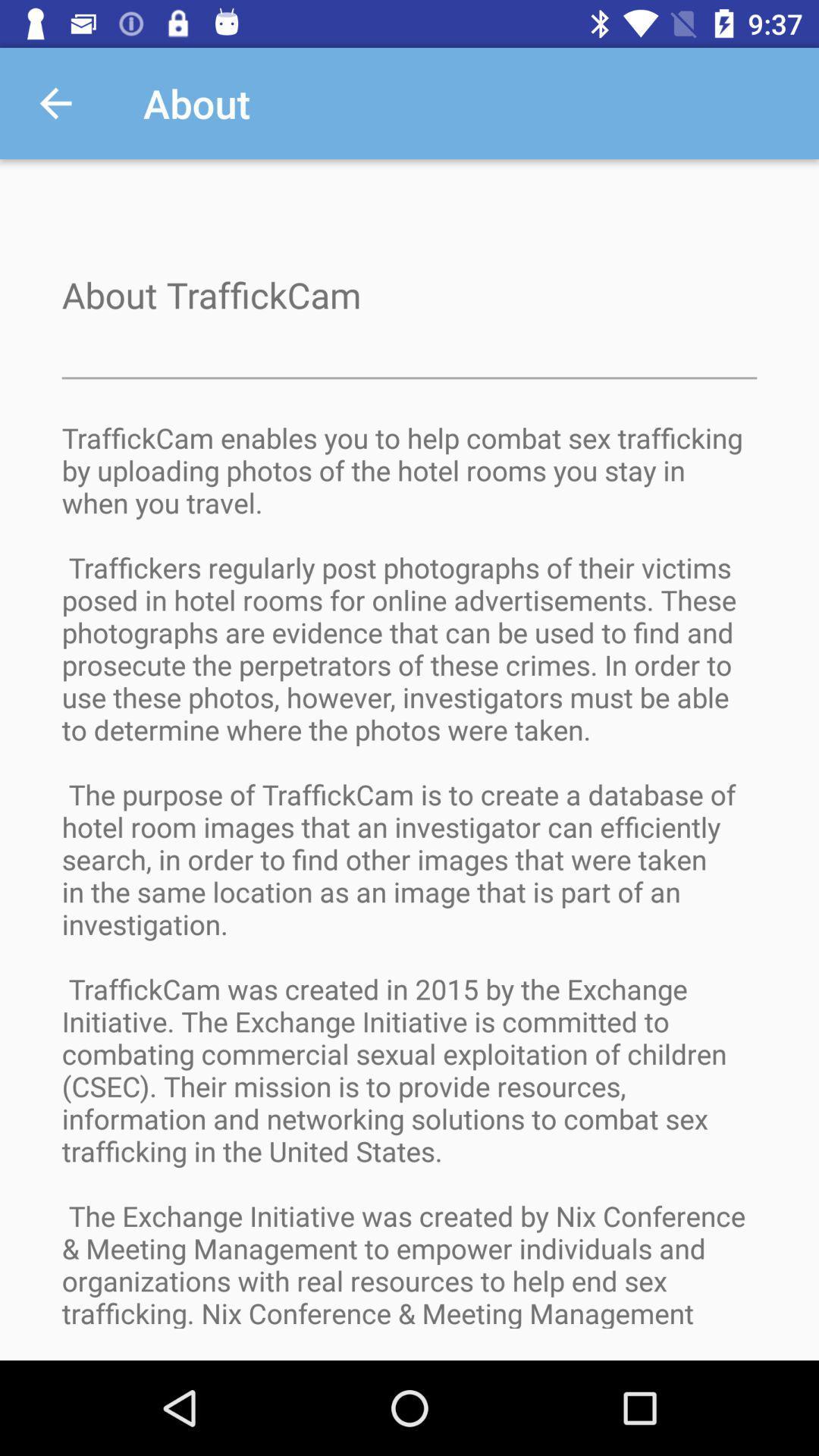 The height and width of the screenshot is (1456, 819). What do you see at coordinates (55, 102) in the screenshot?
I see `the icon to the left of about app` at bounding box center [55, 102].